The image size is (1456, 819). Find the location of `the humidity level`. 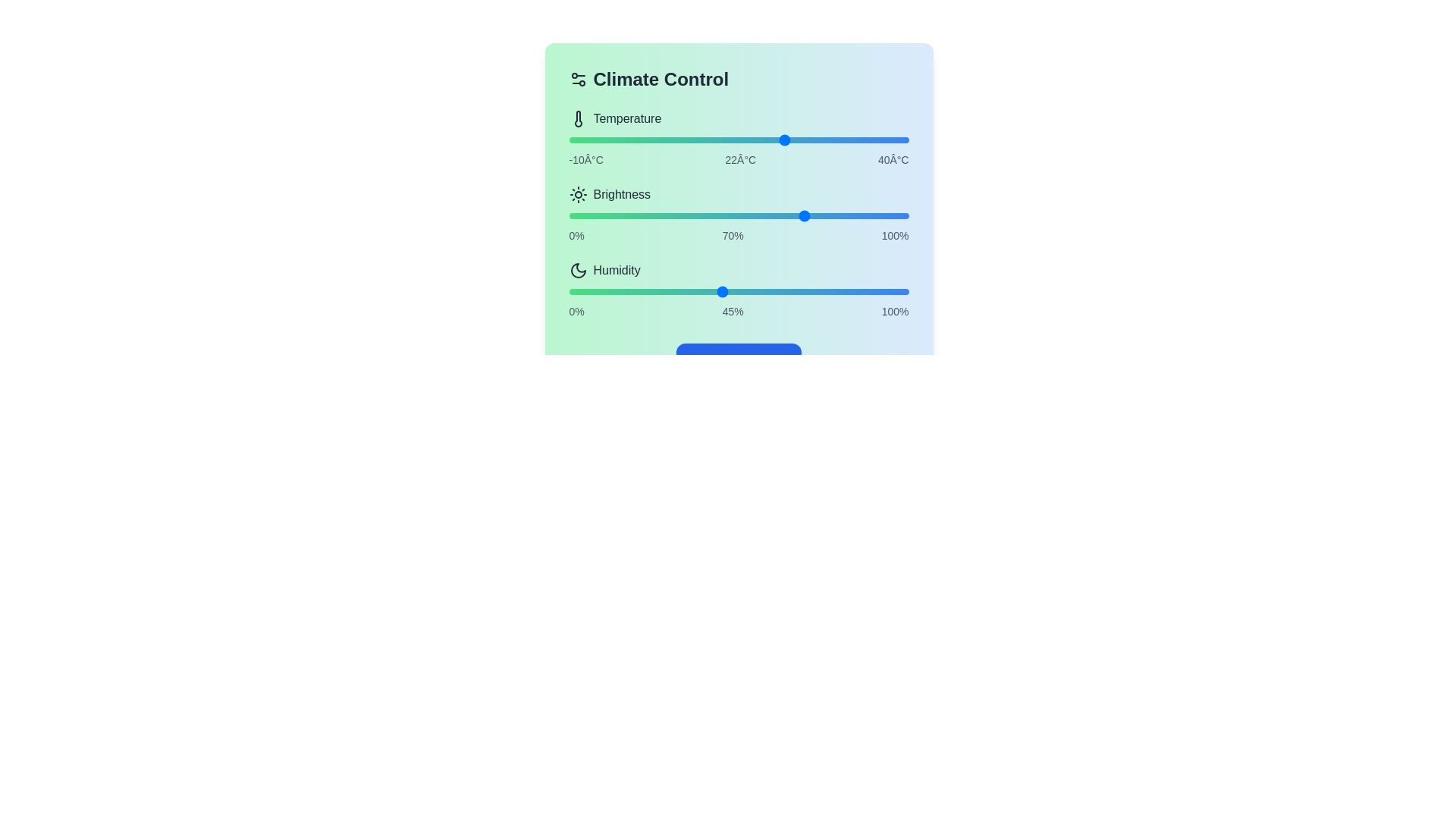

the humidity level is located at coordinates (864, 292).